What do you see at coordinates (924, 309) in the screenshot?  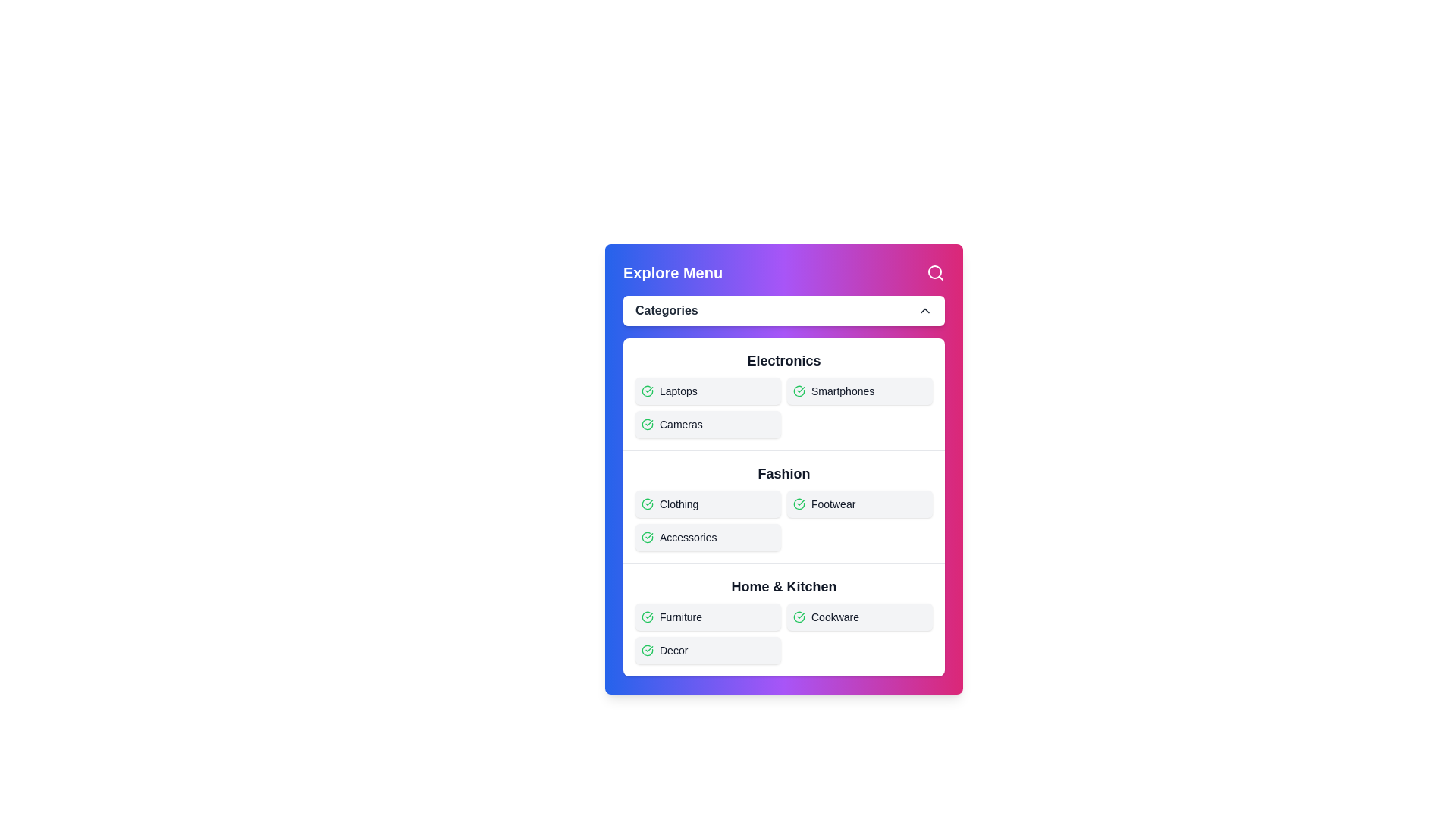 I see `the chevron icon located in the 'Categories' menu to initiate an action, which typically collapses content or indicates upward navigation` at bounding box center [924, 309].